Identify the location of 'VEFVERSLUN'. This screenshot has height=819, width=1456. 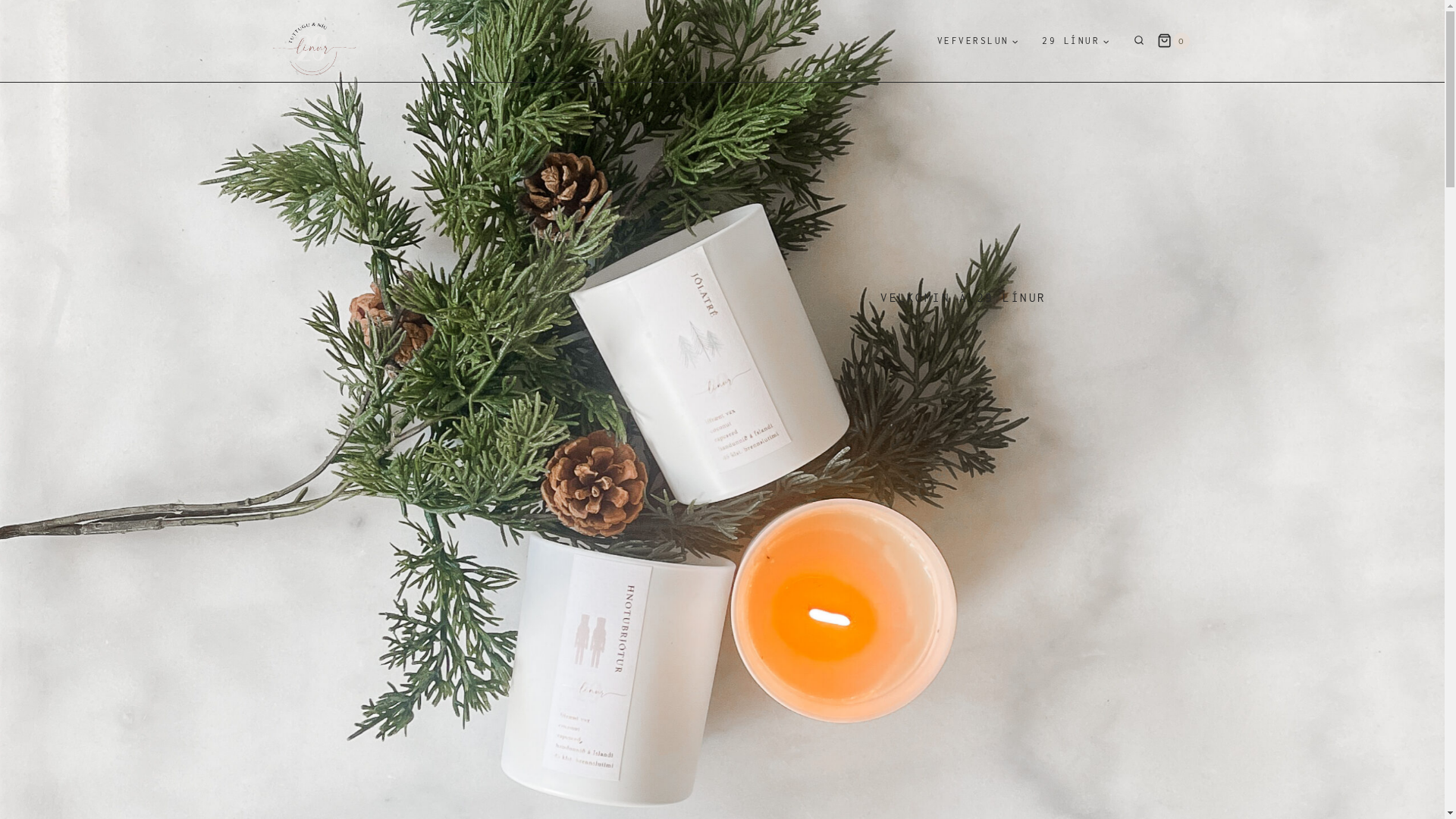
(977, 40).